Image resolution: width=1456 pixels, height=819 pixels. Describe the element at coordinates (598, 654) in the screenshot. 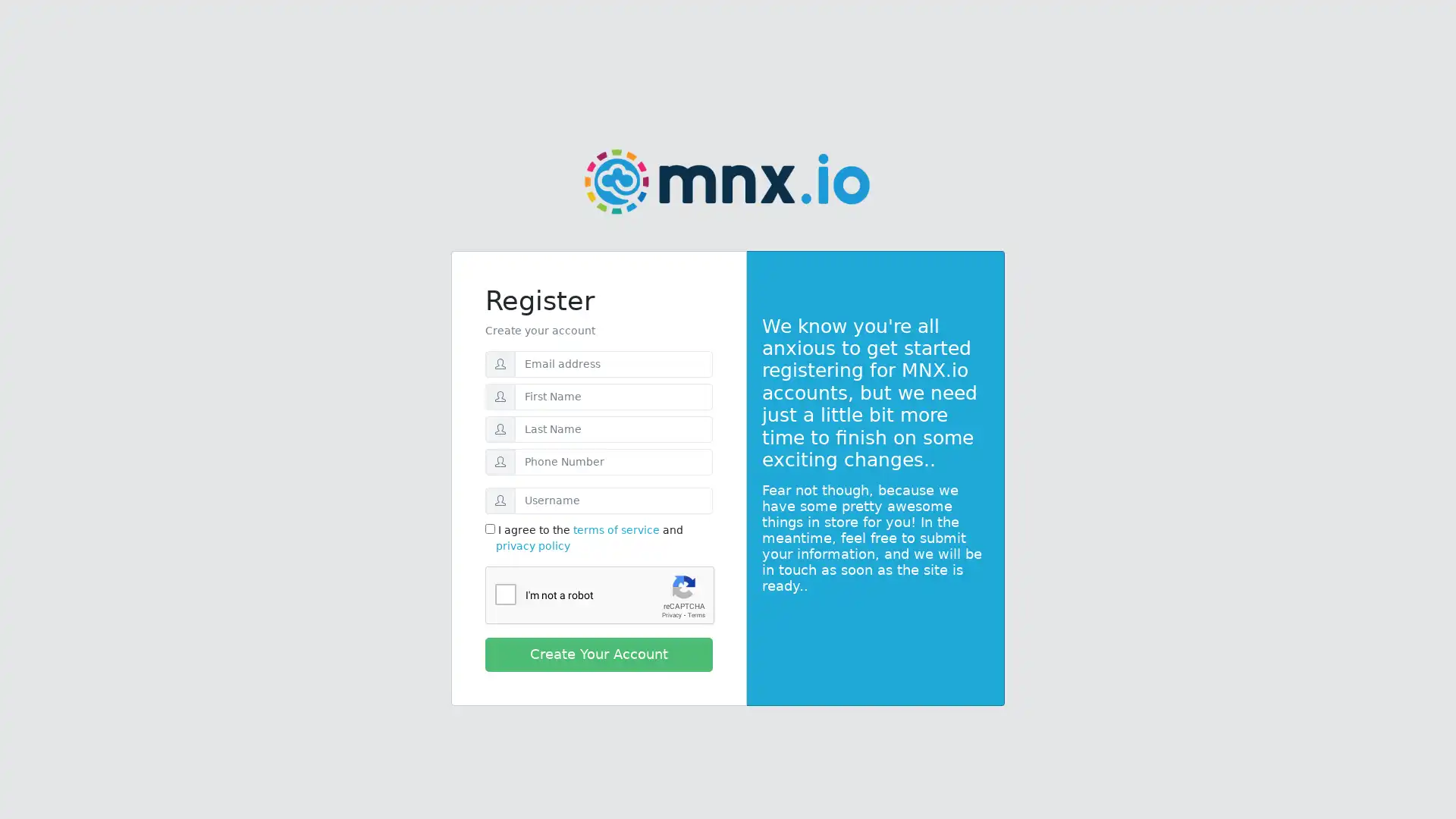

I see `Create Your Account` at that location.